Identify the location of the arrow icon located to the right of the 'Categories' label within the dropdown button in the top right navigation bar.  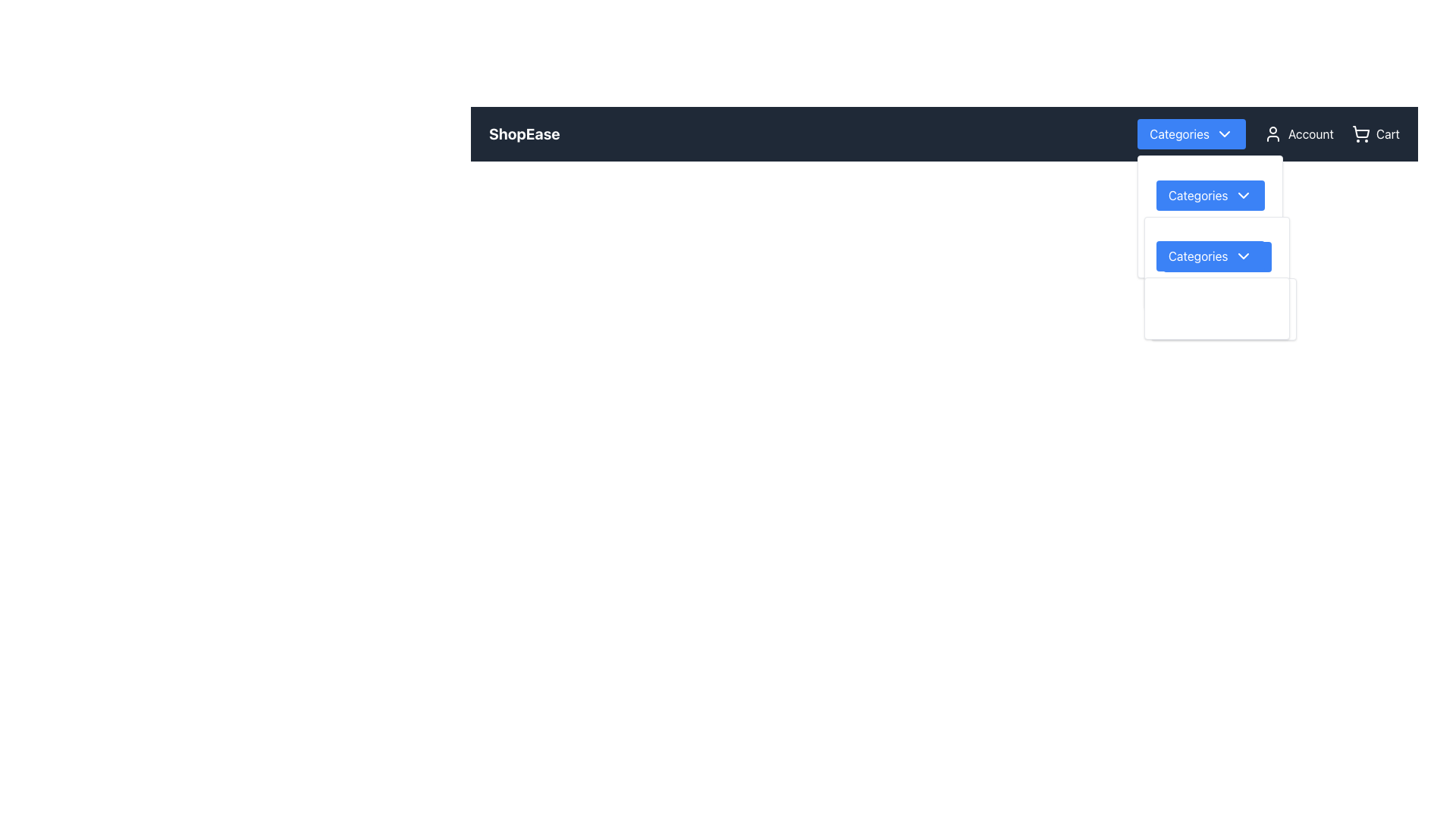
(1243, 195).